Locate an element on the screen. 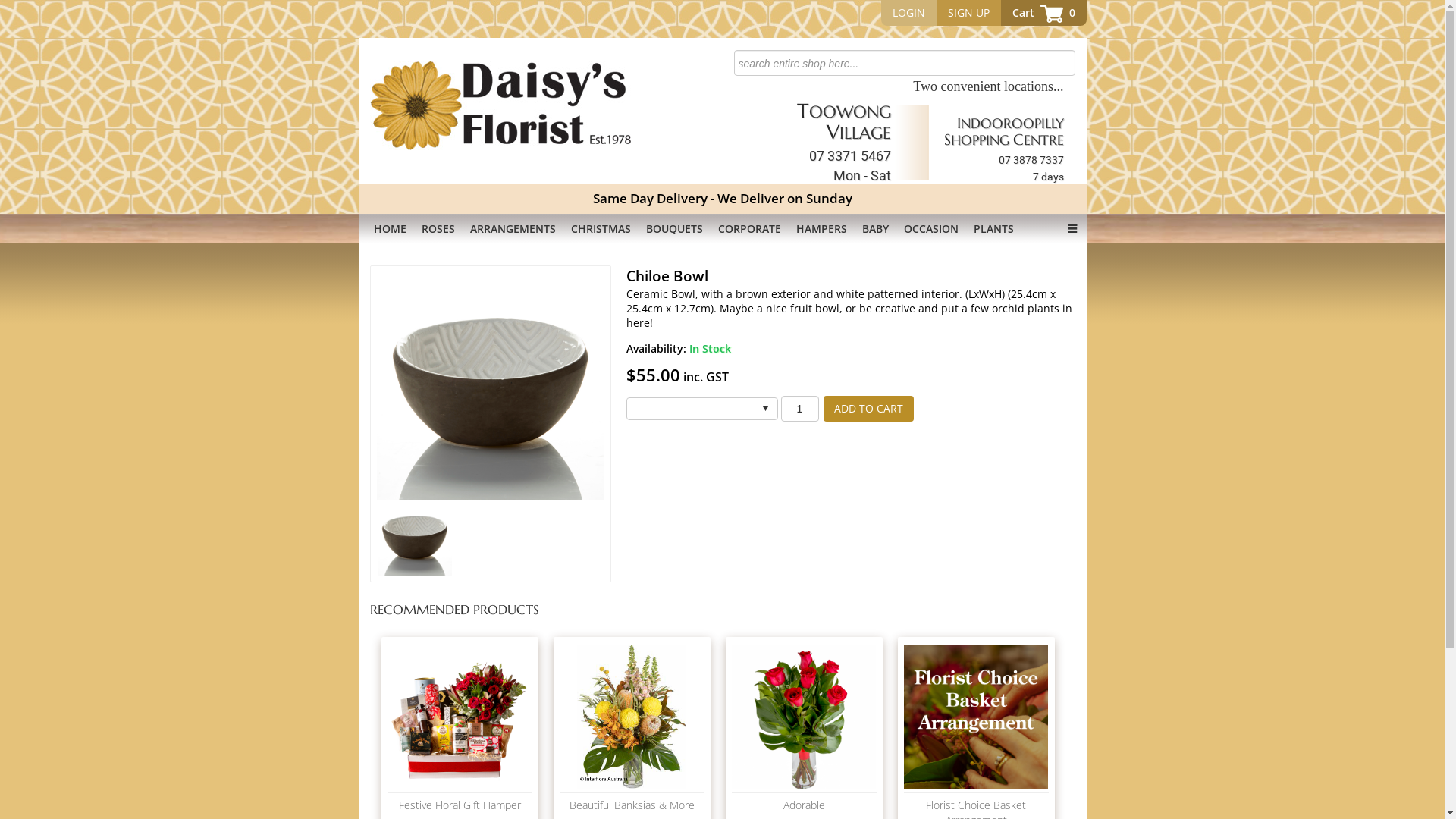 Image resolution: width=1456 pixels, height=819 pixels. 'INDOOROOPILLY is located at coordinates (1003, 149).